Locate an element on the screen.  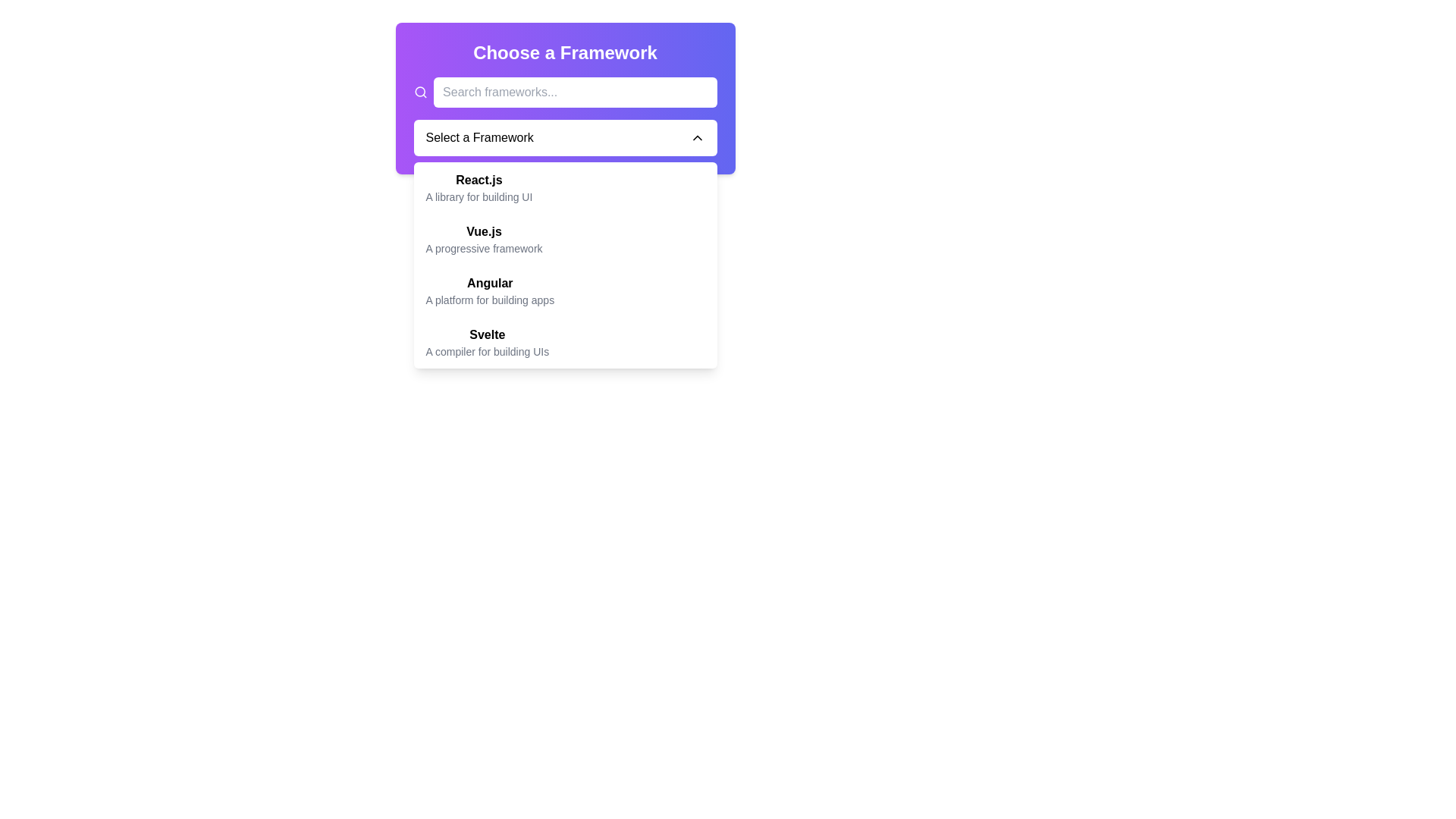
the 'React.js' option in the dropdown menu under 'Choose a Framework' is located at coordinates (478, 187).